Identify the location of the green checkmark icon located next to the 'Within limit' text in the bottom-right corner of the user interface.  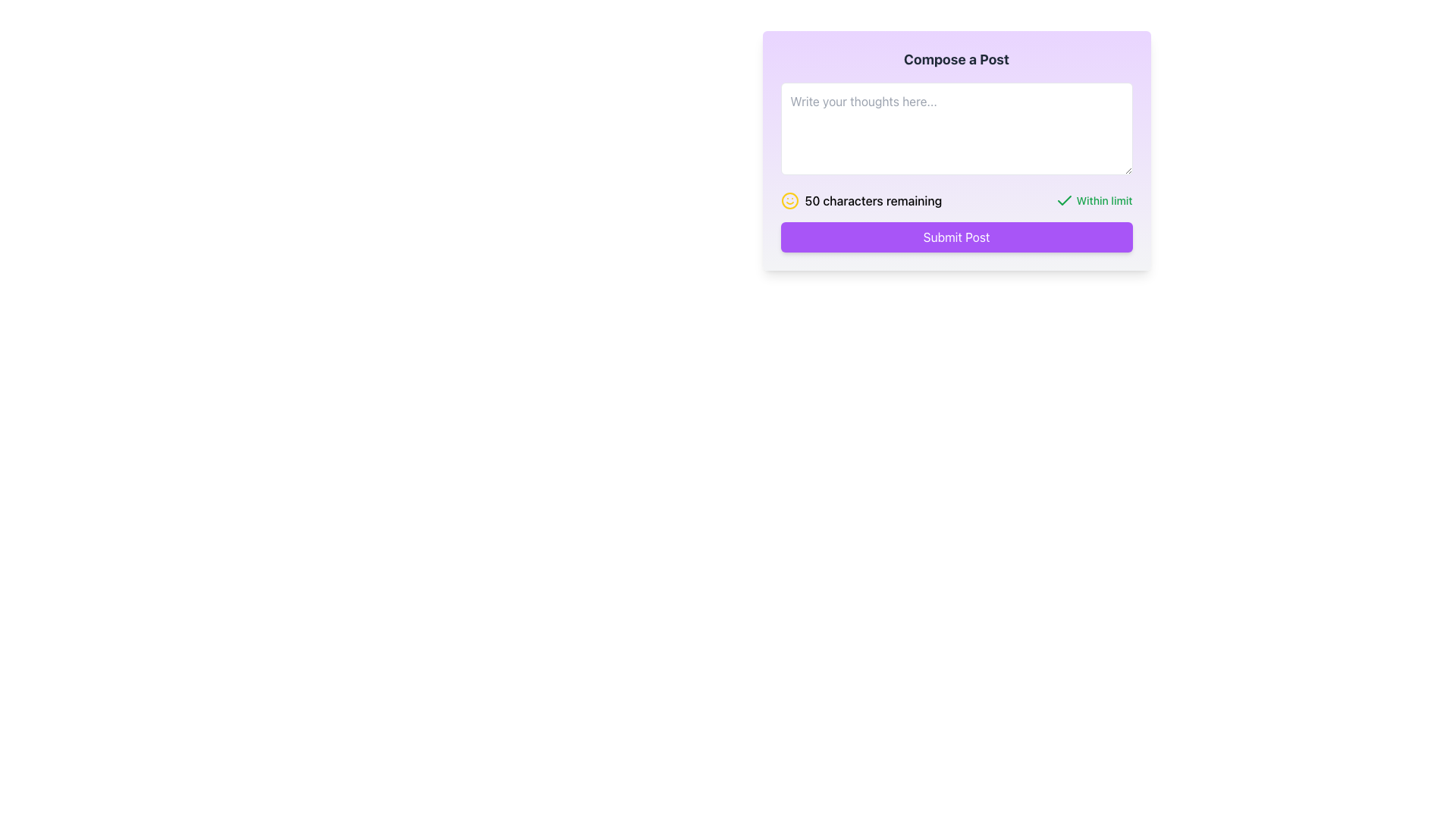
(1063, 200).